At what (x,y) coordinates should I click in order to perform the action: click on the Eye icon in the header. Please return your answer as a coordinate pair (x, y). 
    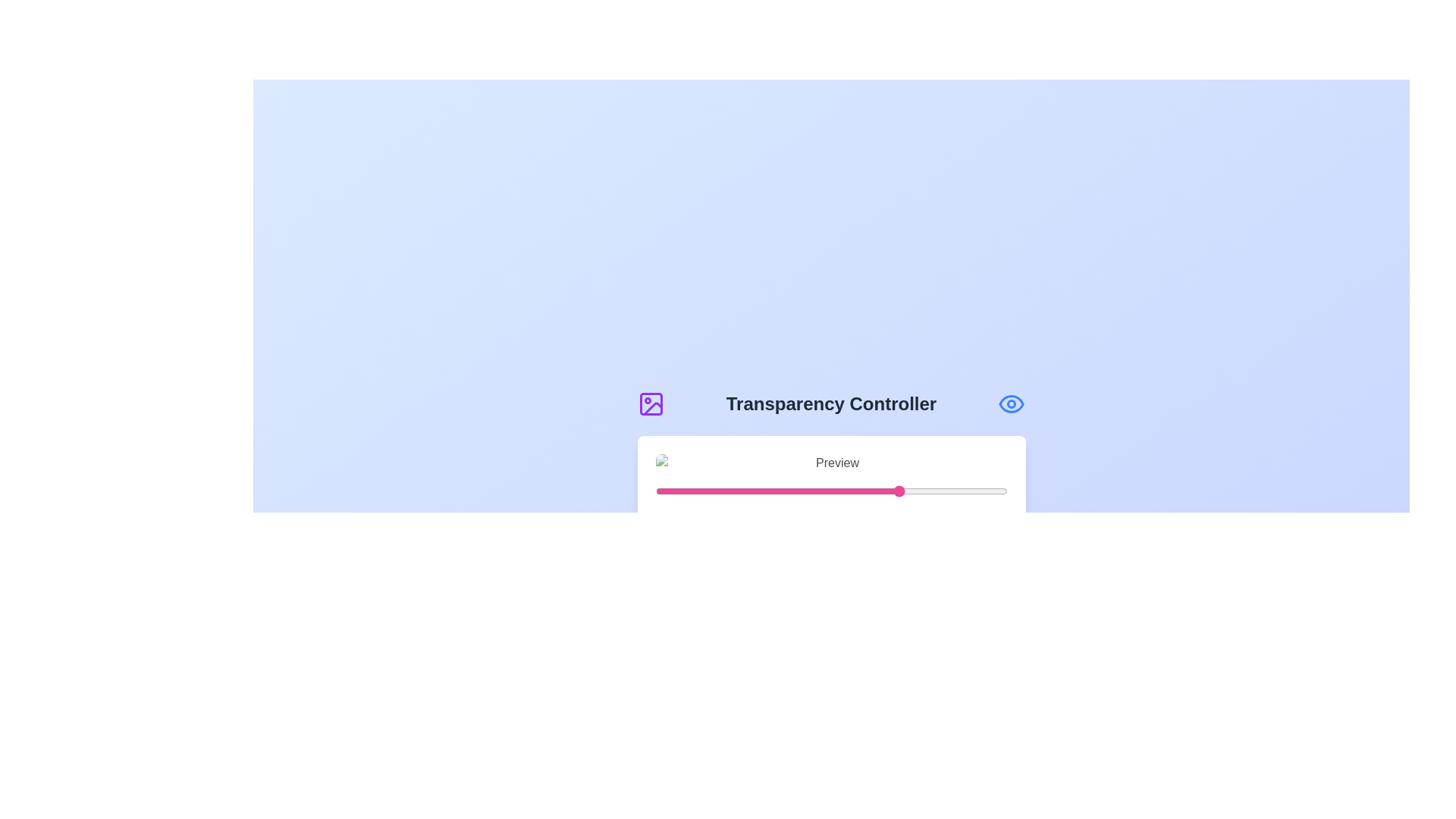
    Looking at the image, I should click on (1012, 403).